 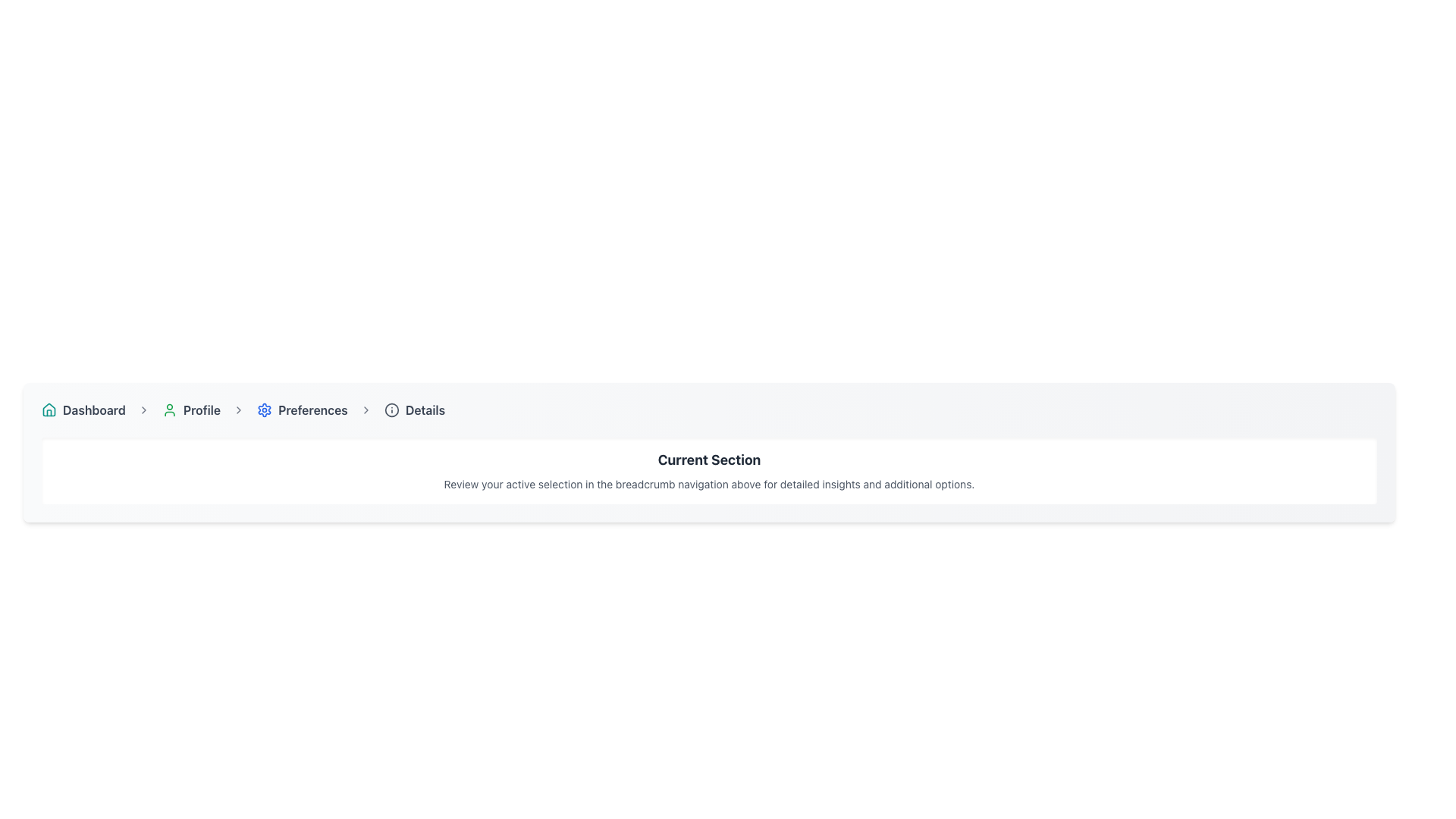 What do you see at coordinates (391, 409) in the screenshot?
I see `the SVG circle representing the information icon in the details section of the breadcrumb navigation` at bounding box center [391, 409].